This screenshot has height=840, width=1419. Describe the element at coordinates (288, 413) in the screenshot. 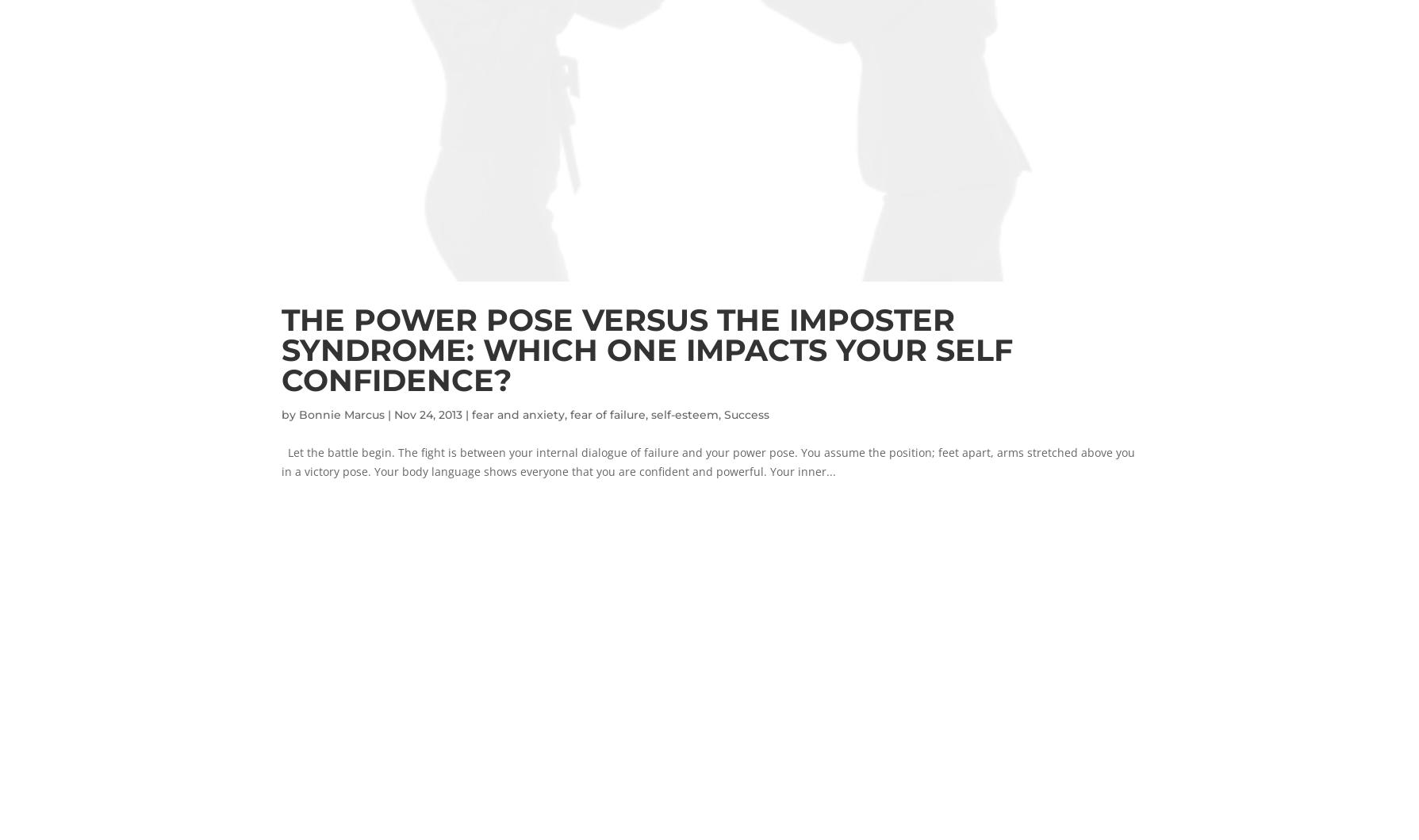

I see `'by'` at that location.